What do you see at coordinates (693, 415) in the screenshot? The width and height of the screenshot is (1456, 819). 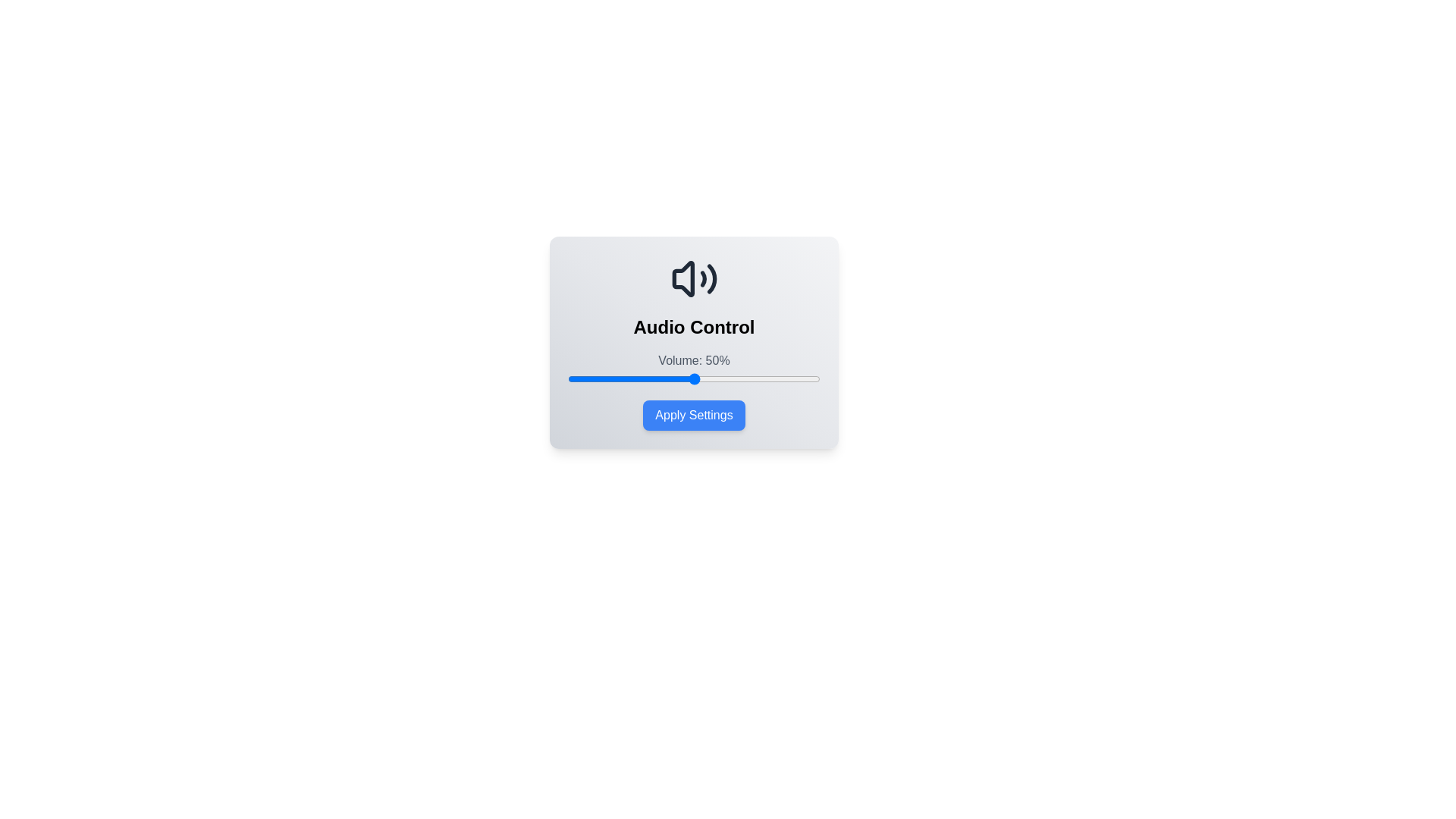 I see `the 'Apply Settings' button` at bounding box center [693, 415].